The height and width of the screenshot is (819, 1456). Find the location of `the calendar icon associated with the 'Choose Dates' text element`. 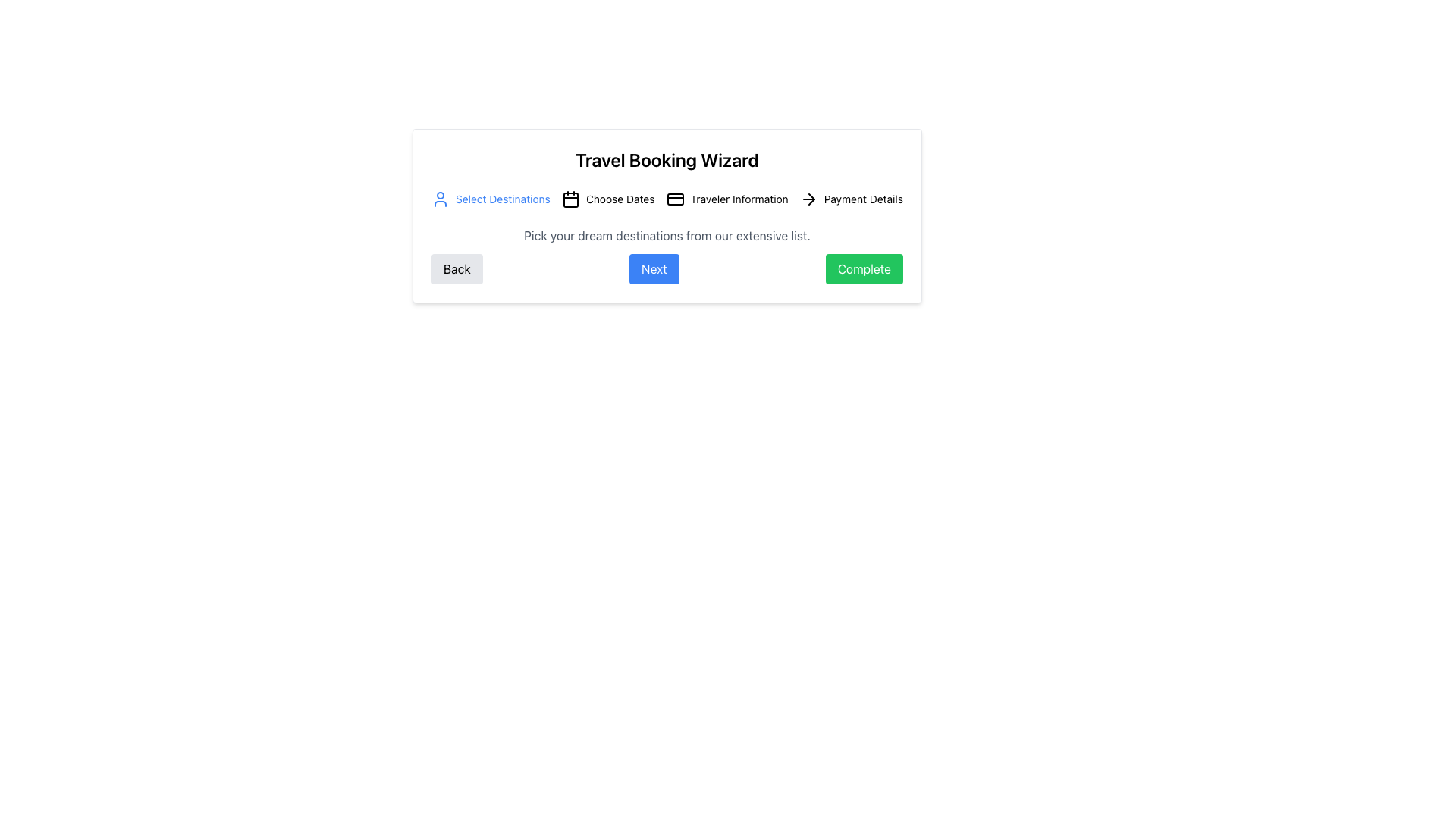

the calendar icon associated with the 'Choose Dates' text element is located at coordinates (620, 198).